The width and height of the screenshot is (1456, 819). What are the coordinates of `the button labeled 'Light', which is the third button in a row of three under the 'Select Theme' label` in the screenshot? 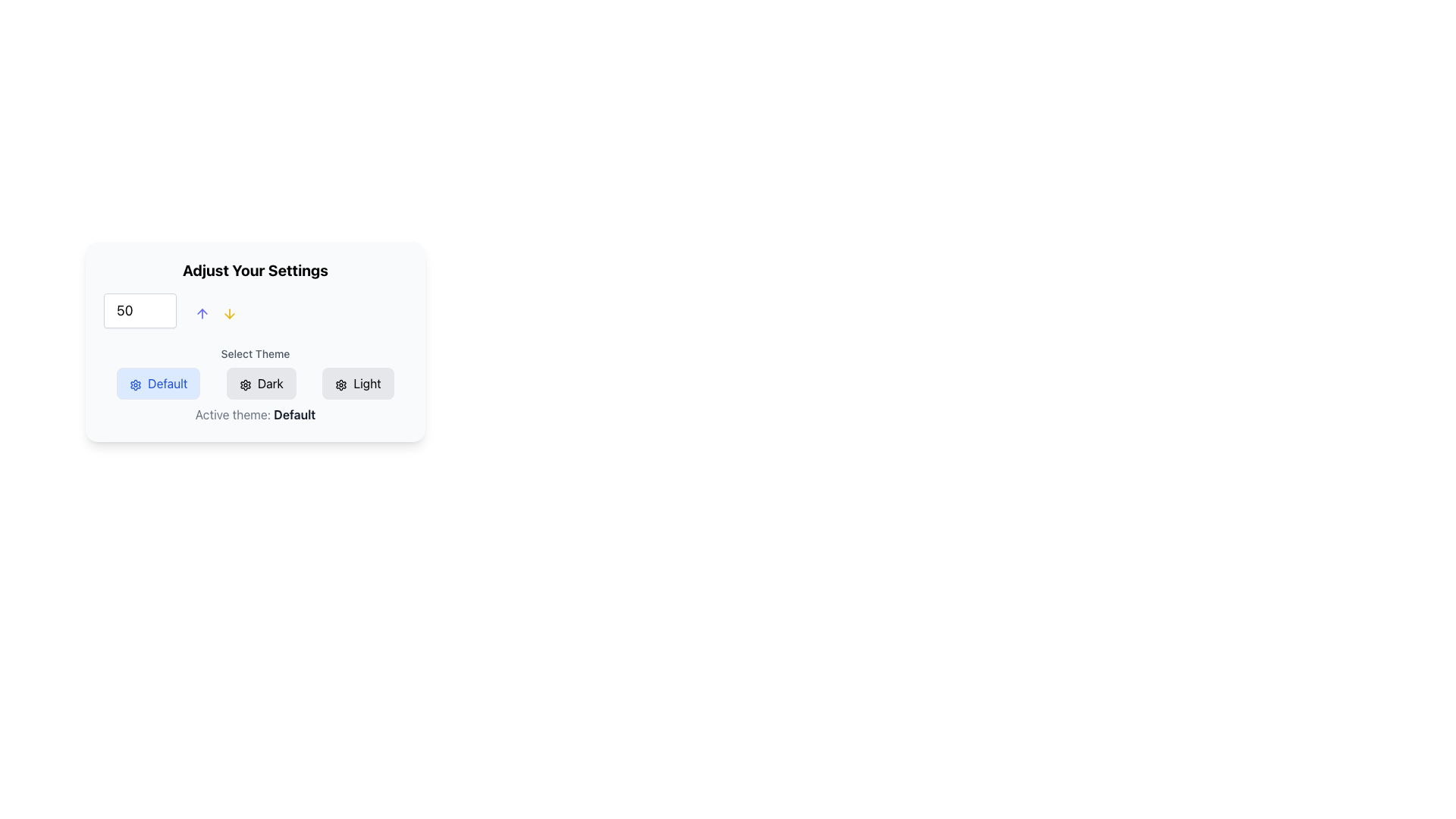 It's located at (357, 382).